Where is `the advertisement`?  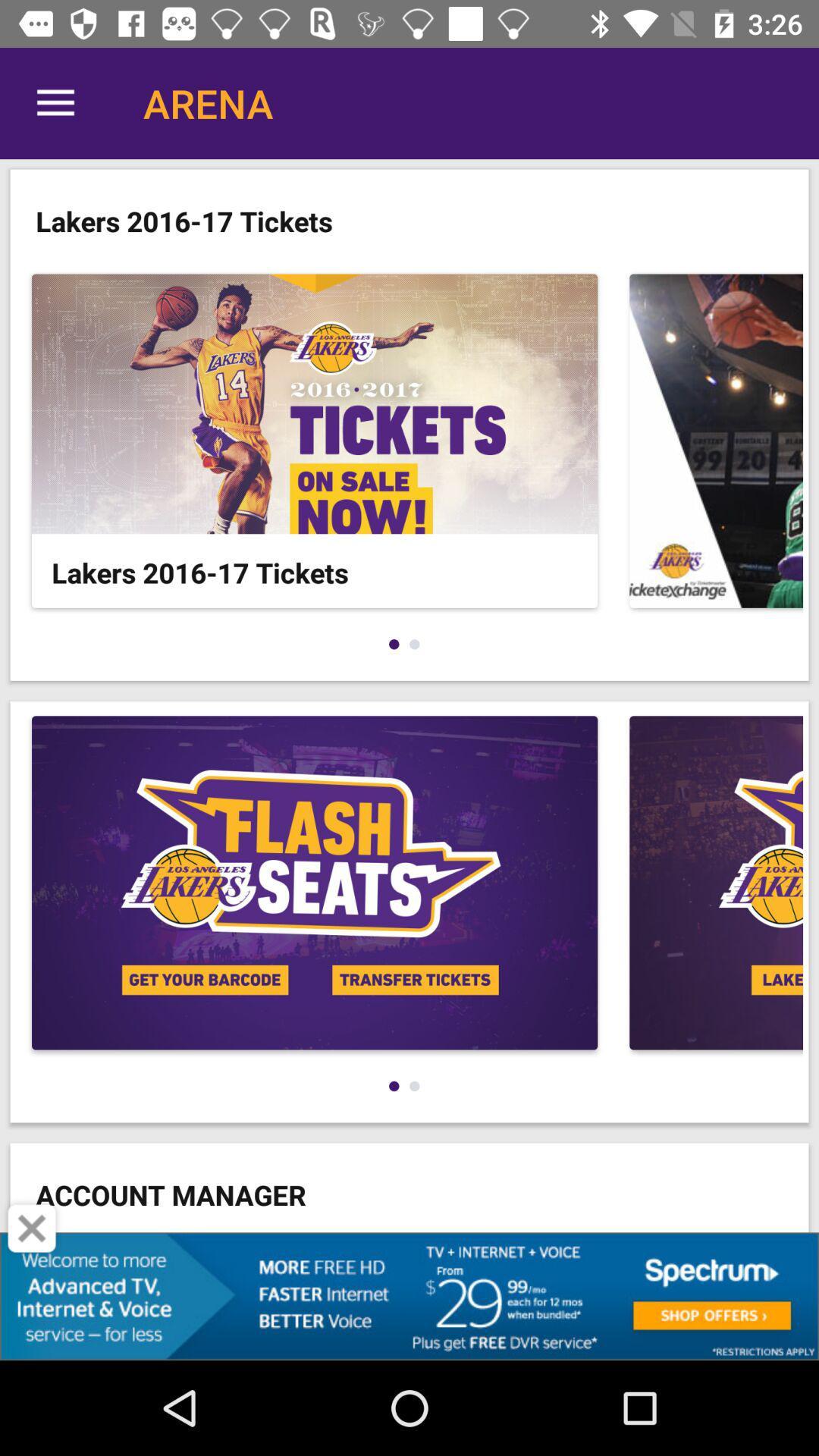
the advertisement is located at coordinates (32, 1228).